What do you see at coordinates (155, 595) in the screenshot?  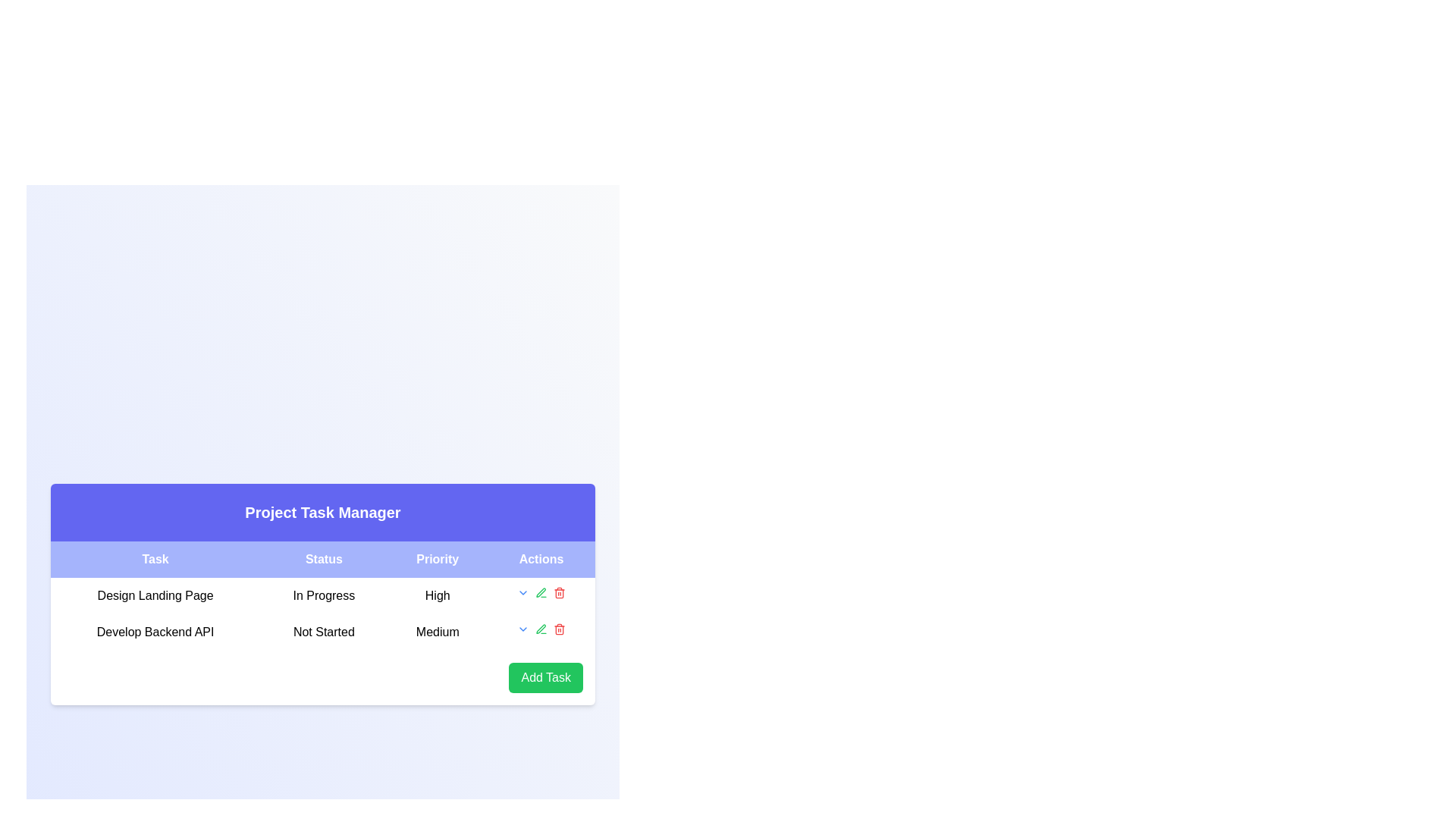 I see `the Text element in the first column of the first data row of the task management table that displays the title or identifier of a task` at bounding box center [155, 595].